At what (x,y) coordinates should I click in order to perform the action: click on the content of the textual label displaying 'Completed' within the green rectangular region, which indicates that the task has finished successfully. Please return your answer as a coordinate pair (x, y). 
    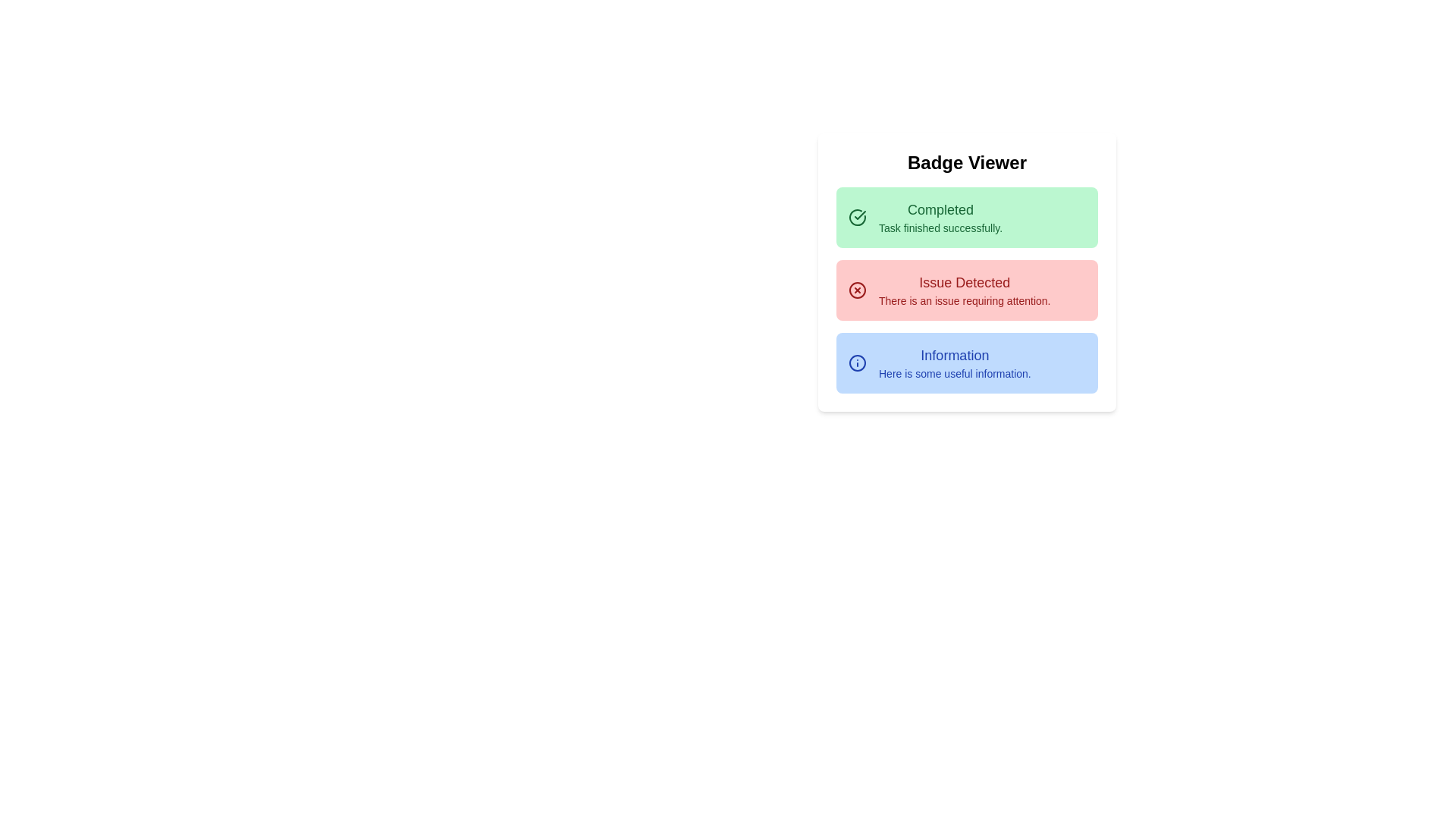
    Looking at the image, I should click on (940, 210).